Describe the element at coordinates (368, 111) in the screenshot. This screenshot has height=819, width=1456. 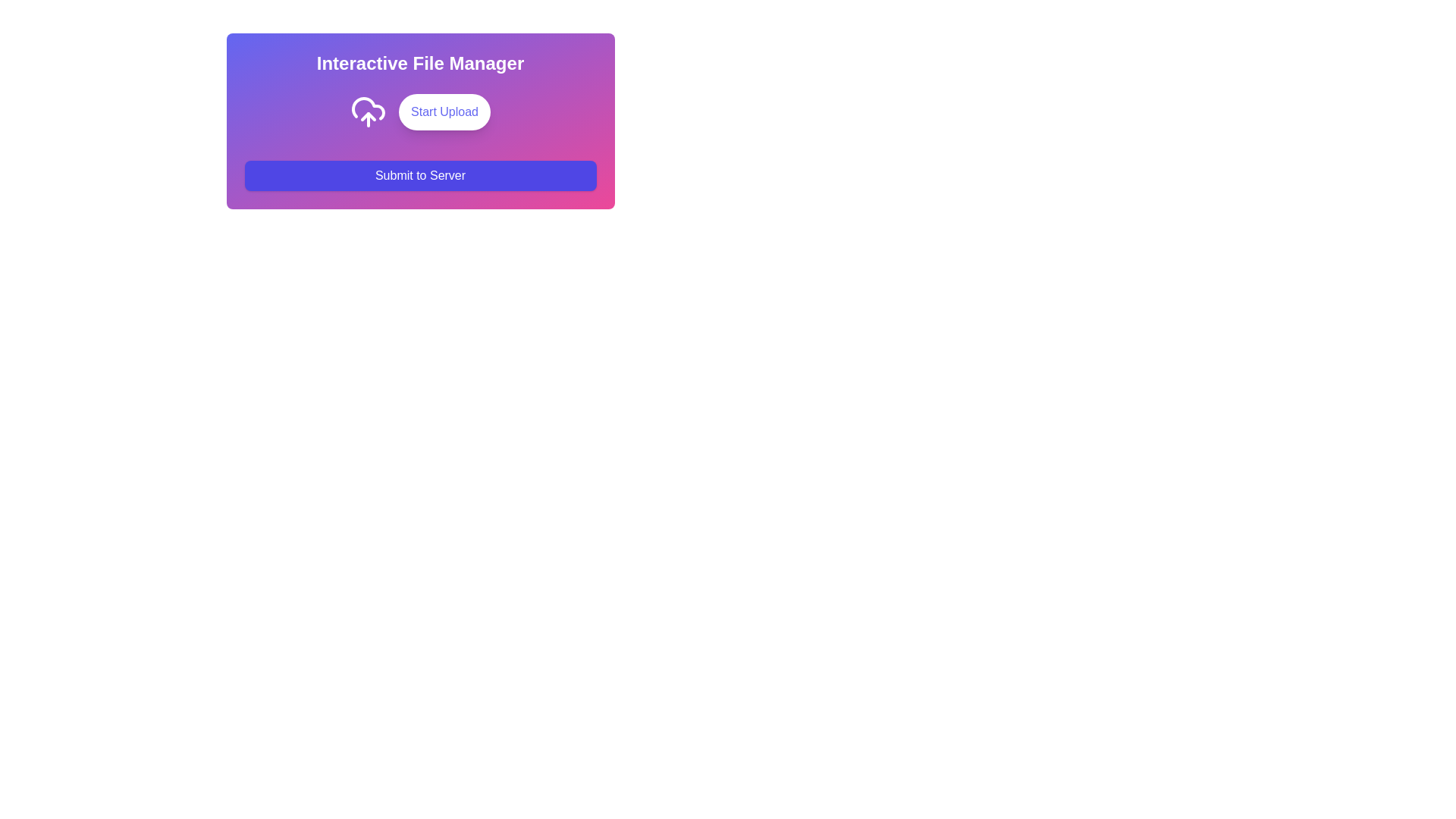
I see `the SVG graphical icon located to the left of the 'Start Upload' button in the 'Interactive File Manager' to initiate a file upload` at that location.